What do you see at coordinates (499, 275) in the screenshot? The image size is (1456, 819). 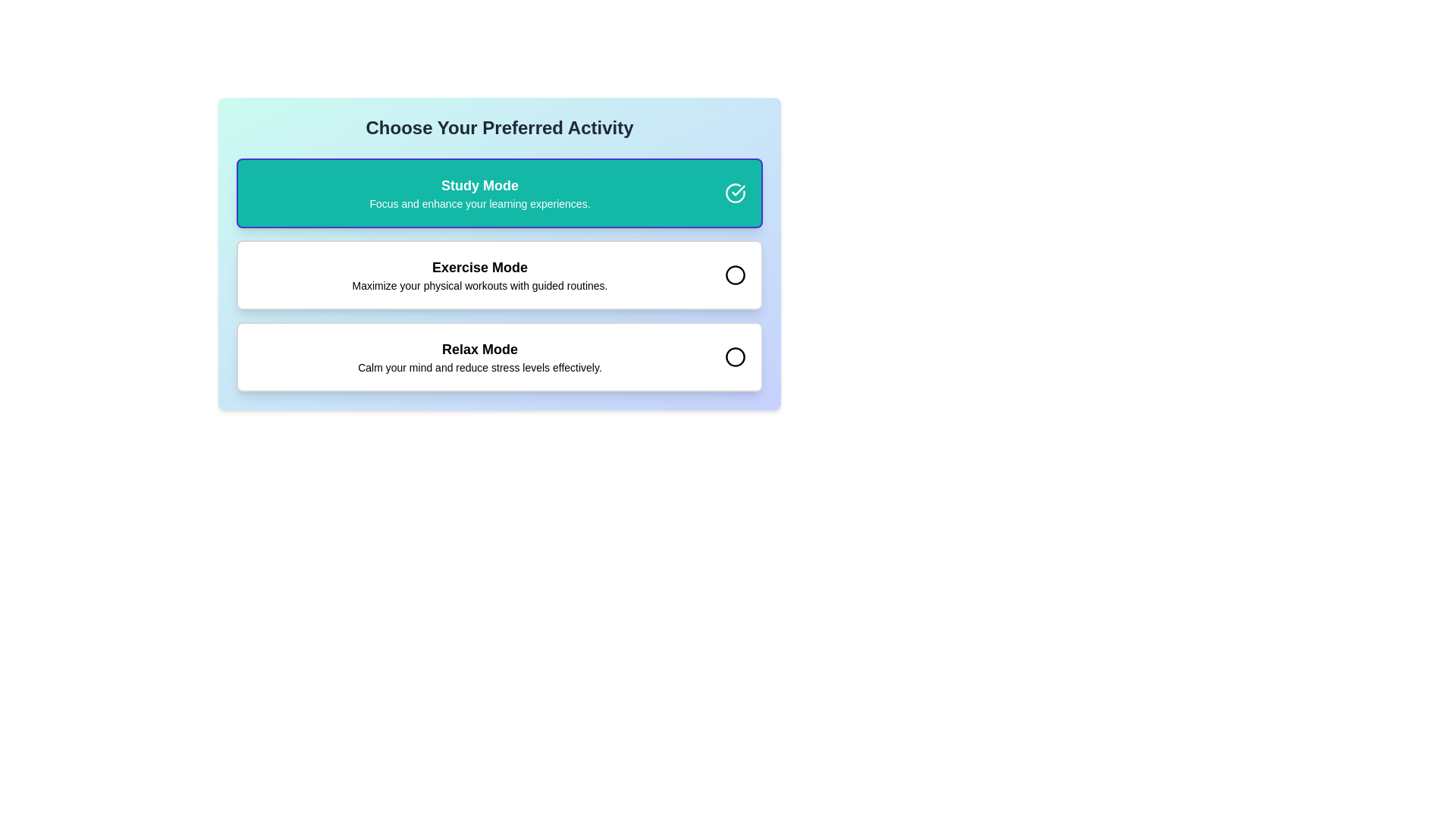 I see `the second option card titled 'Exercise Mode' within the vertically arranged list of activity options for interaction` at bounding box center [499, 275].